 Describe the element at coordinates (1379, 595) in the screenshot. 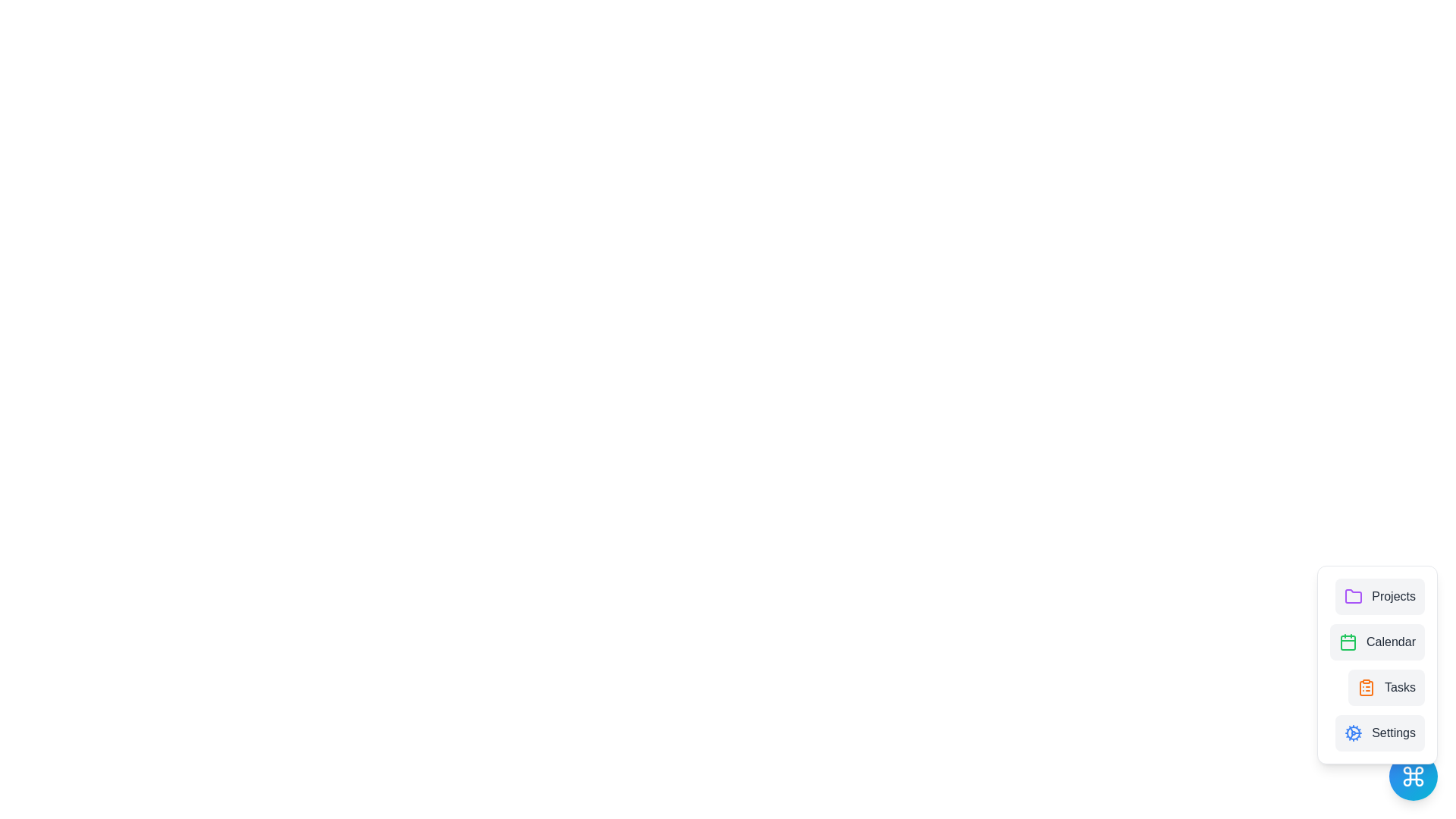

I see `the Projects from the menu` at that location.